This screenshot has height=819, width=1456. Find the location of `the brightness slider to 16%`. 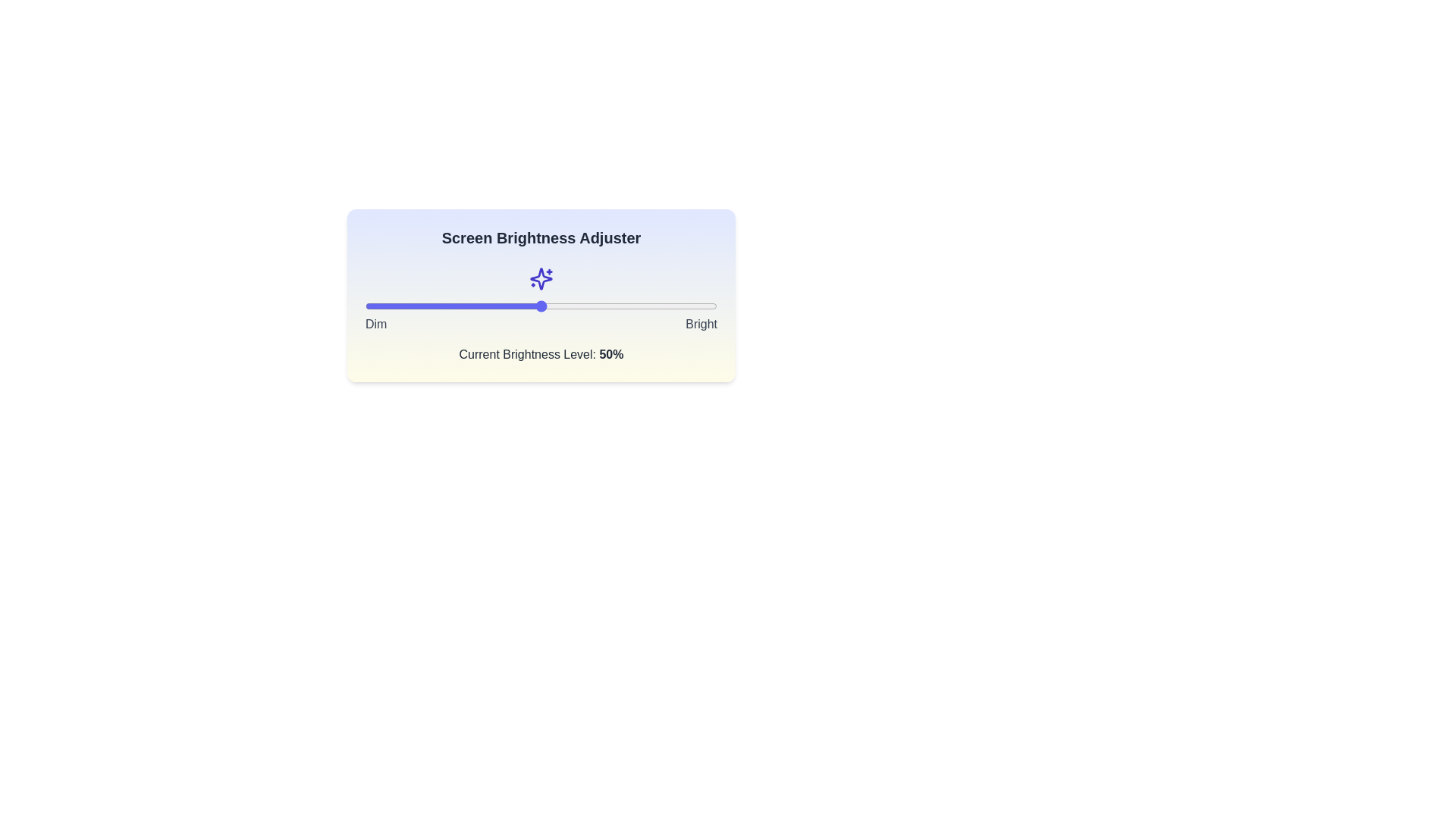

the brightness slider to 16% is located at coordinates (422, 306).